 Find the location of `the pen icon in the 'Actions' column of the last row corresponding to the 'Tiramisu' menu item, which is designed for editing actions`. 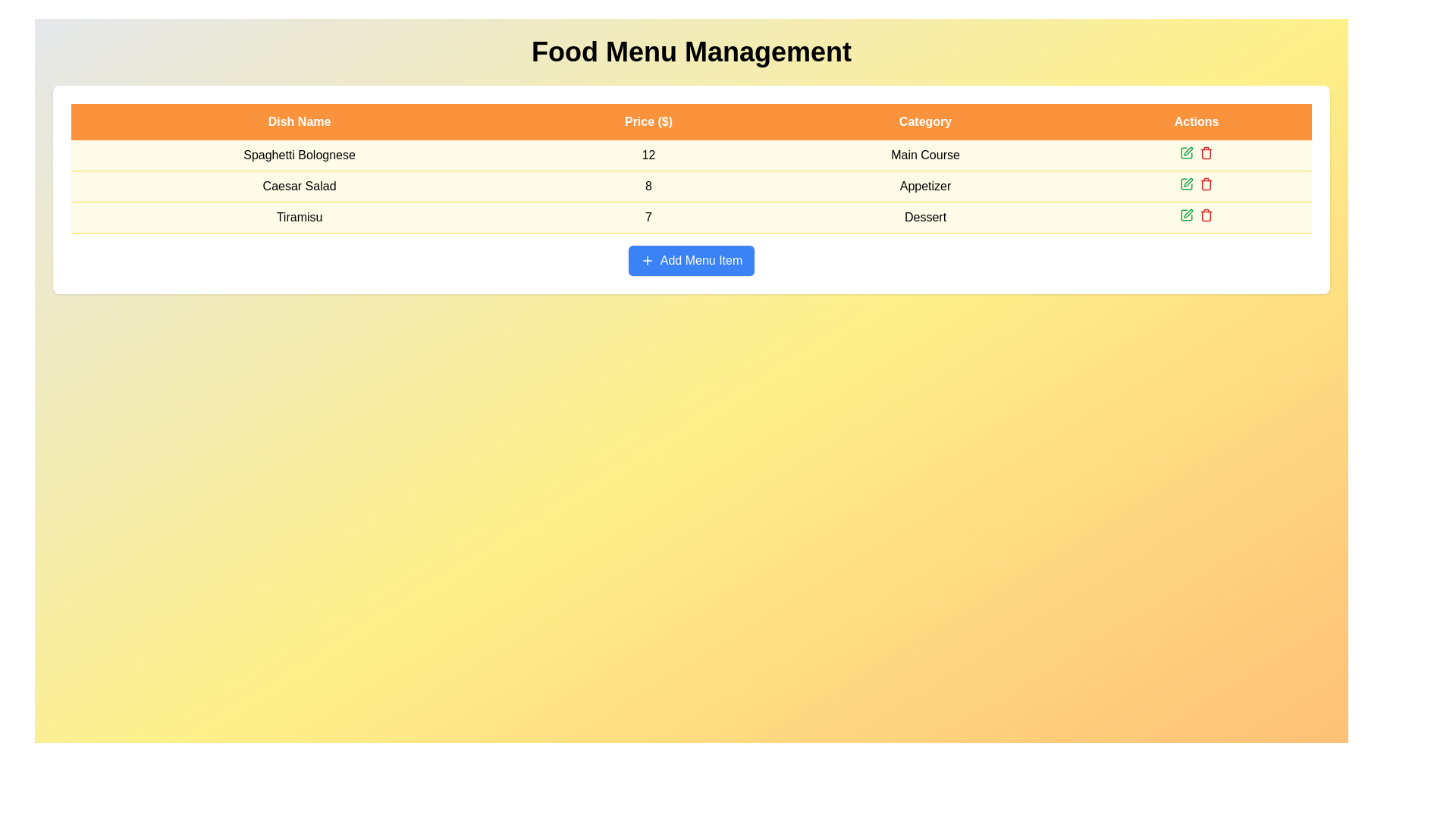

the pen icon in the 'Actions' column of the last row corresponding to the 'Tiramisu' menu item, which is designed for editing actions is located at coordinates (1188, 213).